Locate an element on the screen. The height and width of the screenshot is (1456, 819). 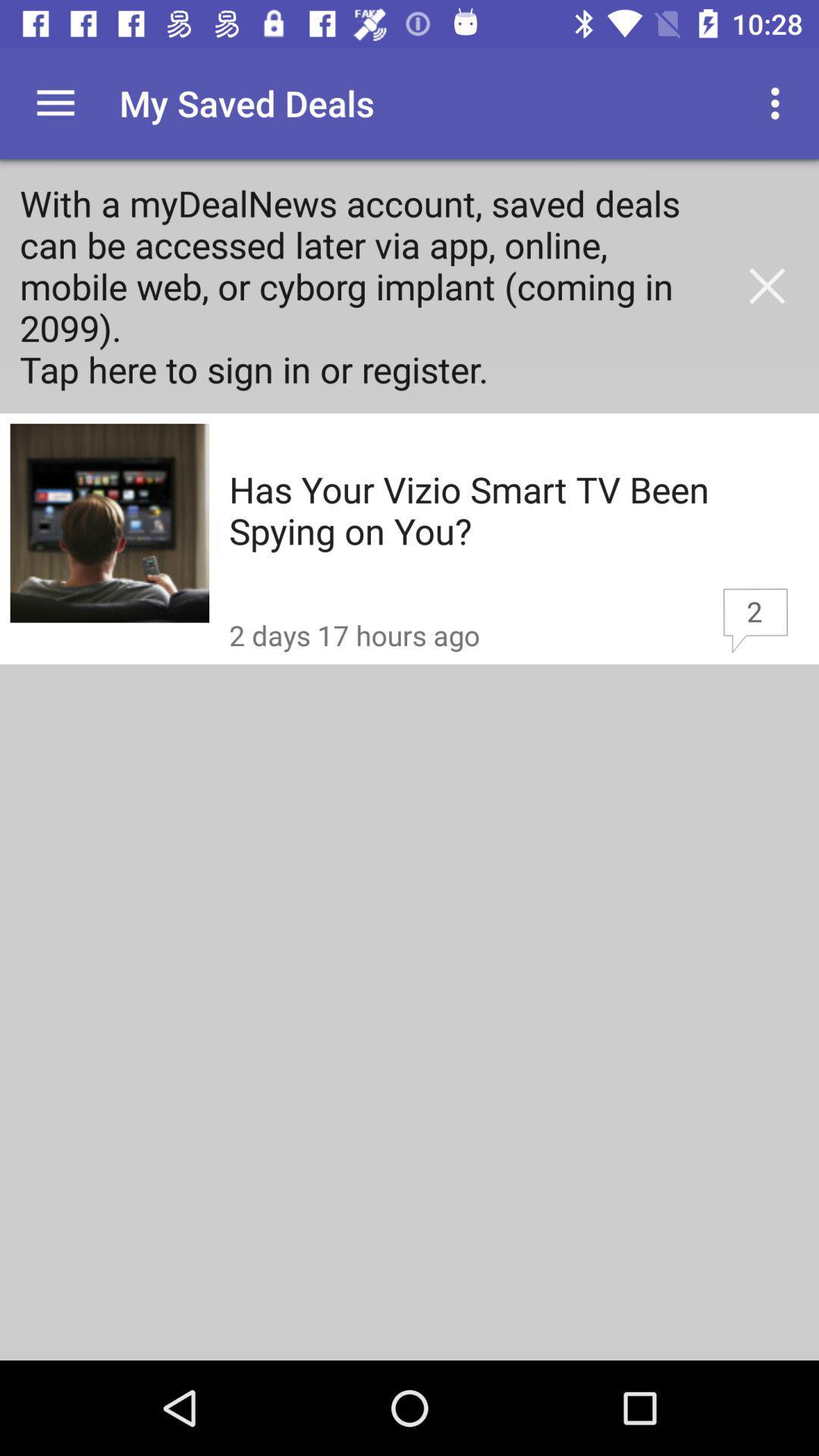
close is located at coordinates (767, 286).